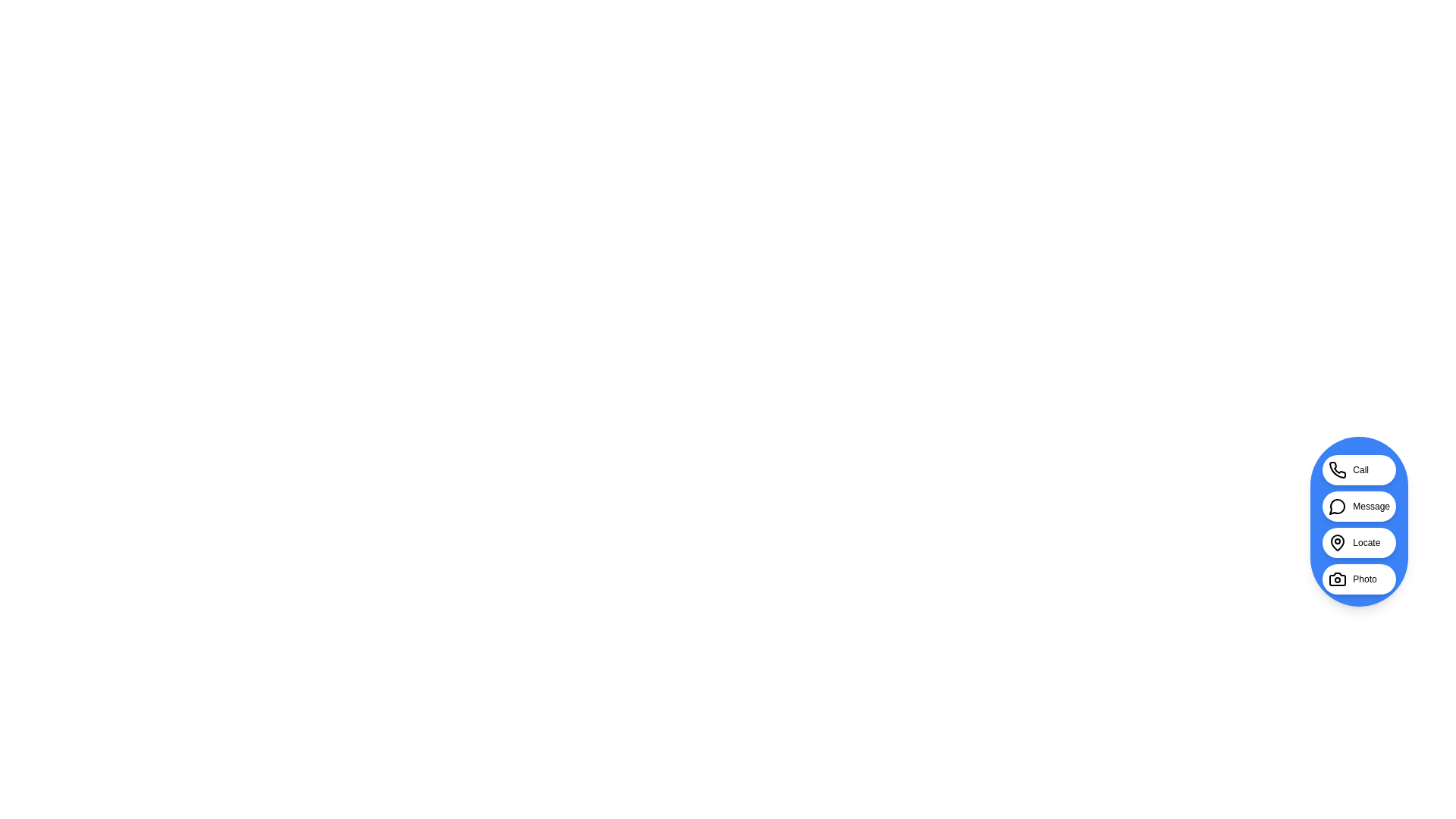 The image size is (1456, 819). Describe the element at coordinates (1359, 579) in the screenshot. I see `the 'Photo' button in the speed dial` at that location.